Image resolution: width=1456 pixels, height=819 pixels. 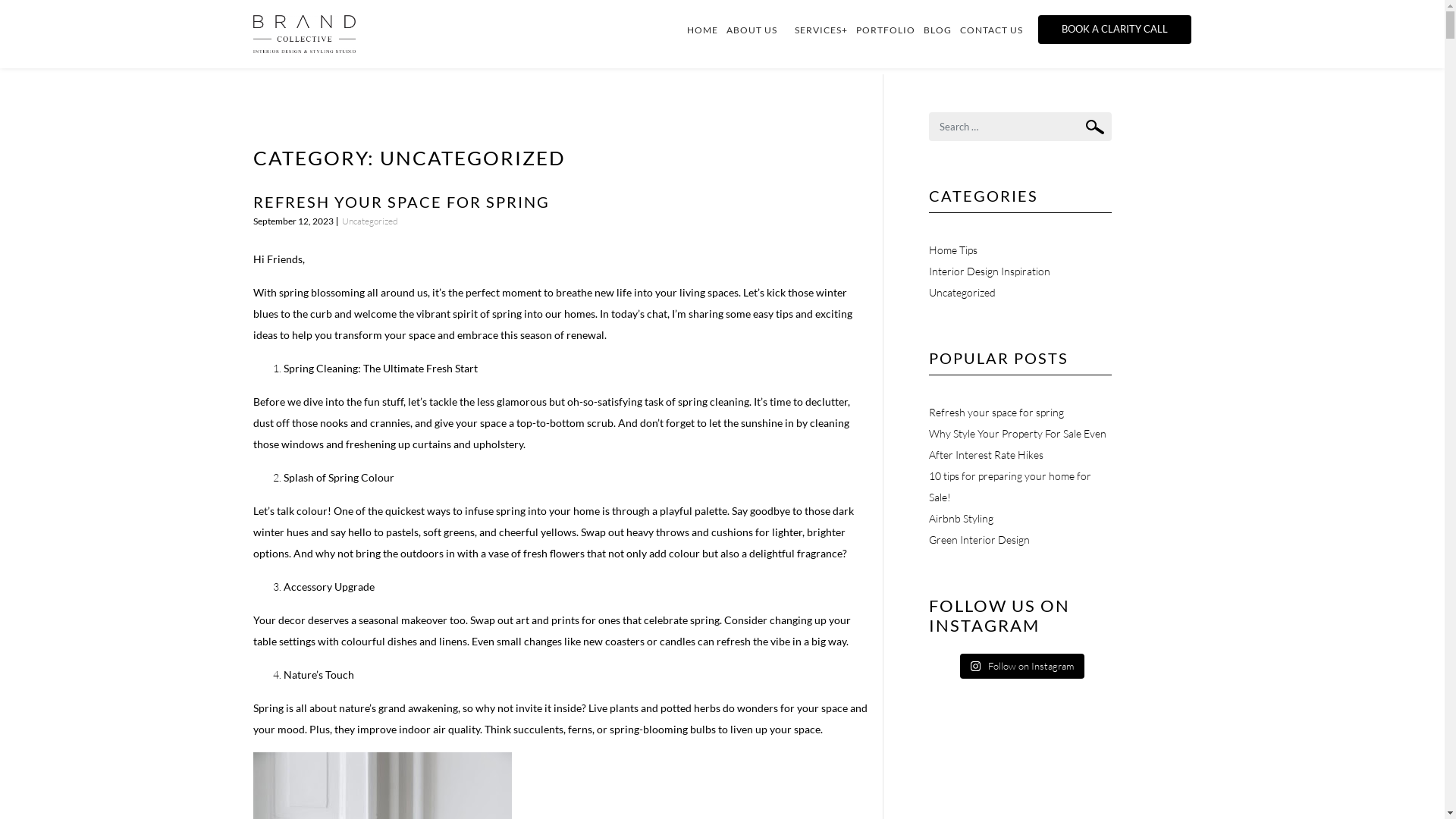 What do you see at coordinates (1095, 127) in the screenshot?
I see `'Search'` at bounding box center [1095, 127].